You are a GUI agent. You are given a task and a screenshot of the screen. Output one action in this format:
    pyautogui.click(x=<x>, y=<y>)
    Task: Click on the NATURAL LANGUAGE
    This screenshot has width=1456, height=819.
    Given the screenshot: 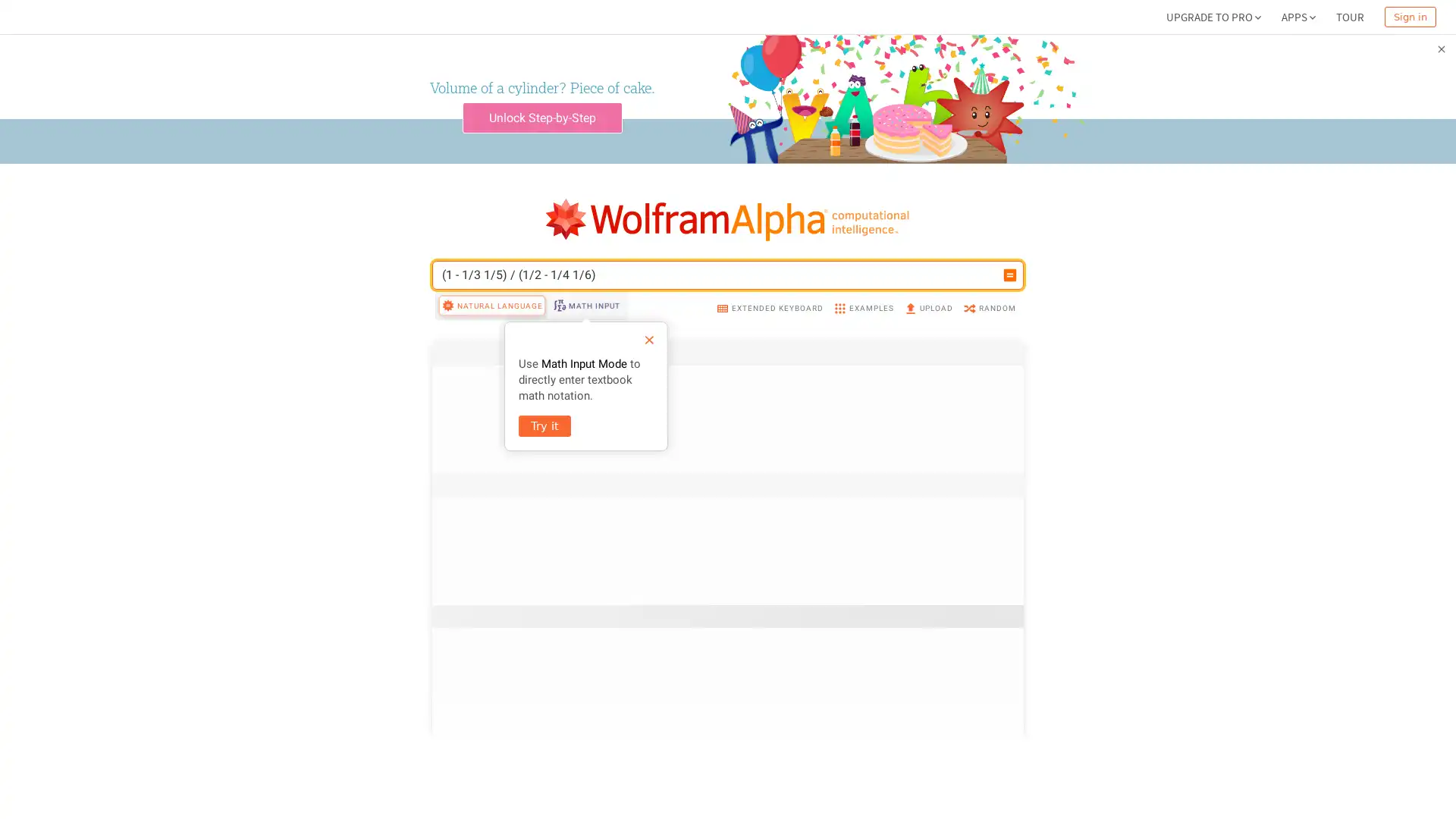 What is the action you would take?
    pyautogui.click(x=491, y=305)
    